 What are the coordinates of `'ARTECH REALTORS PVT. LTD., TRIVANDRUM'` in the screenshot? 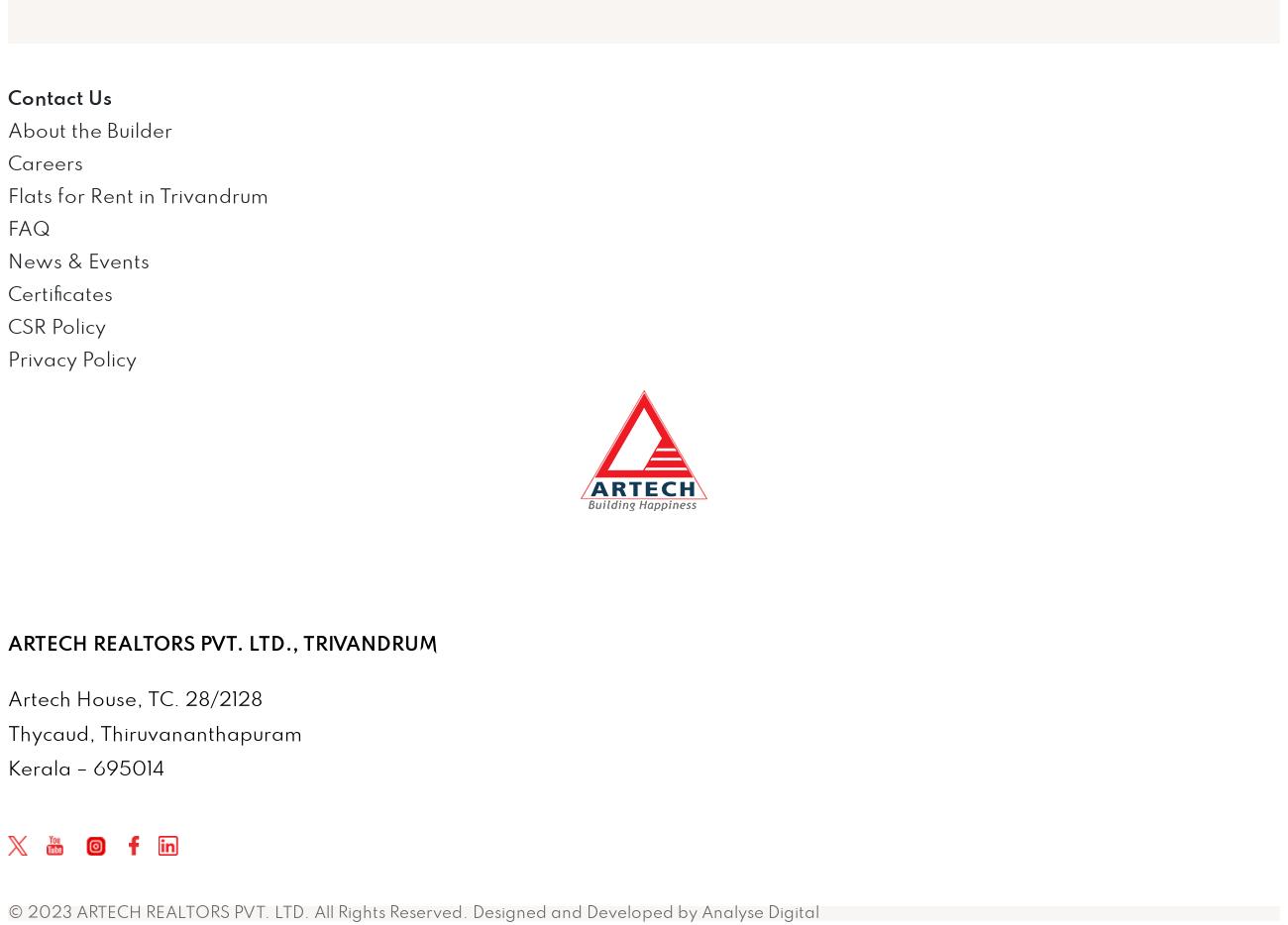 It's located at (222, 644).